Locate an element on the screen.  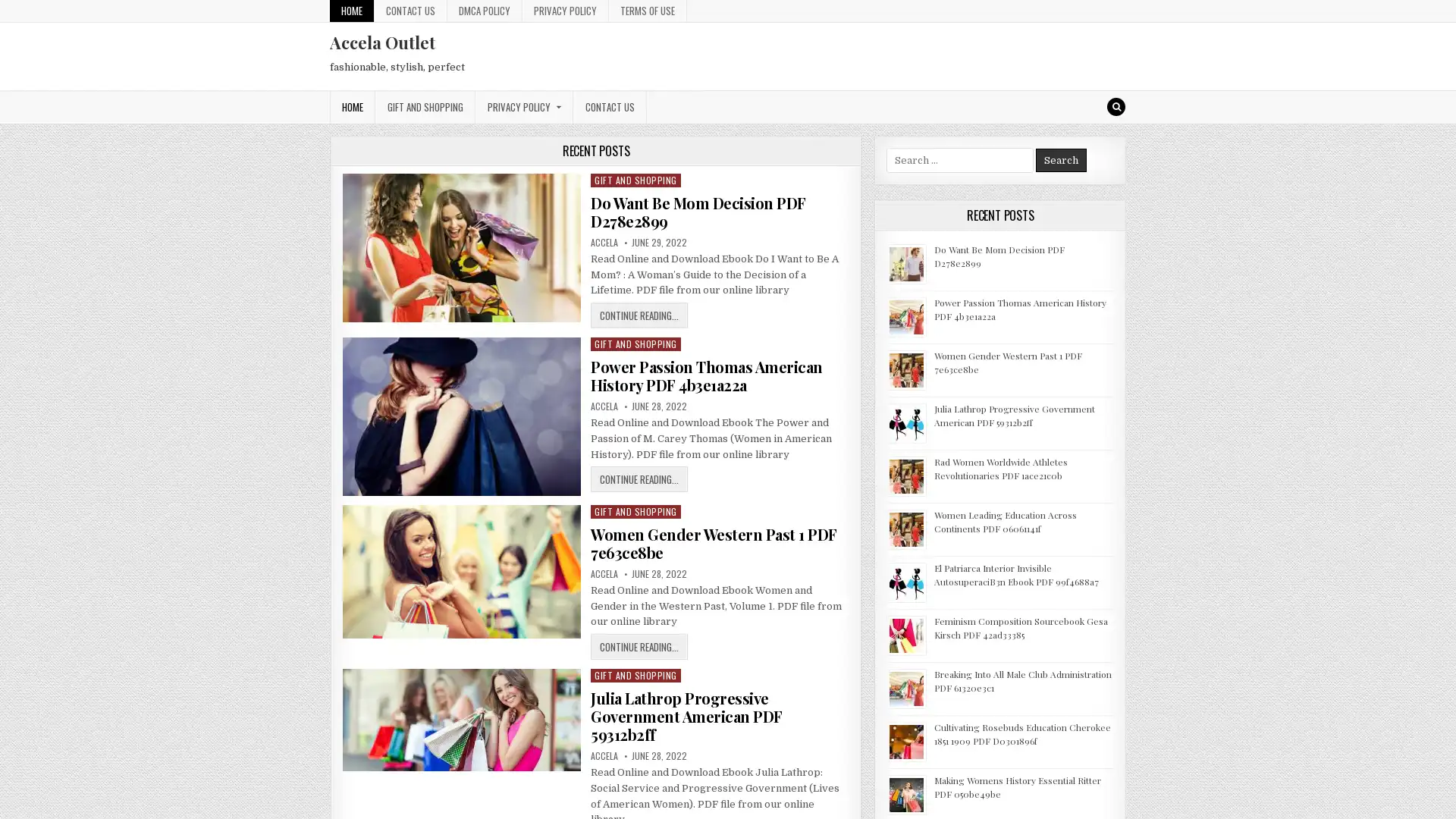
Search is located at coordinates (1060, 160).